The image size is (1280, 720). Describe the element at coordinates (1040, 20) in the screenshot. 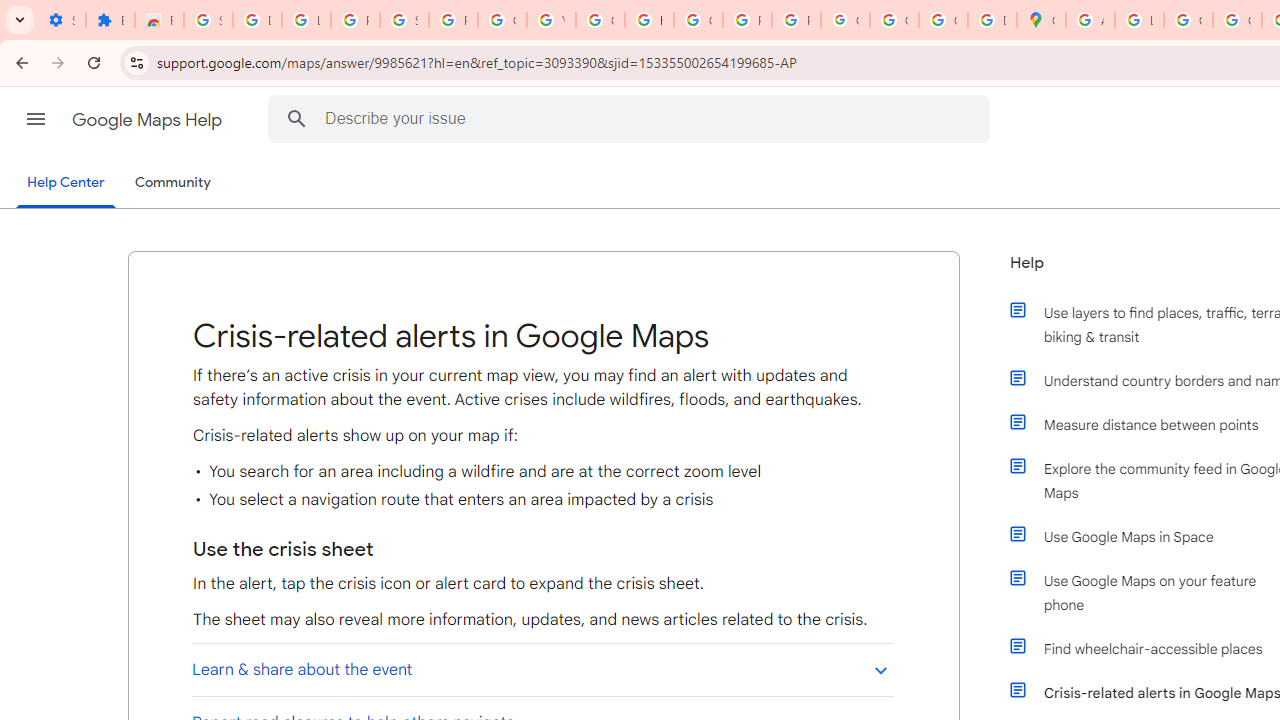

I see `'Google Maps'` at that location.